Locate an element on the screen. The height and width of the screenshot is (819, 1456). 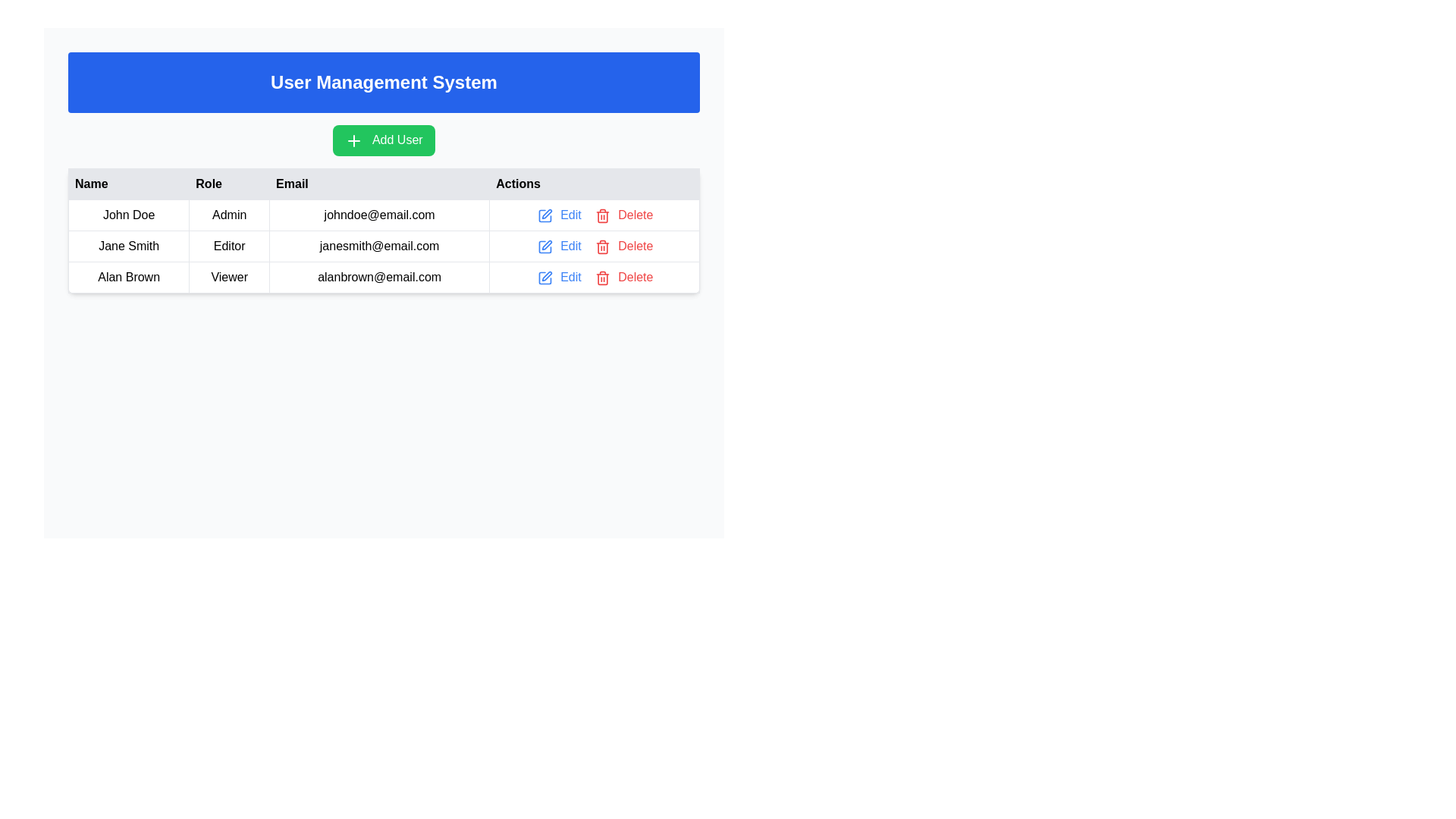
the static text label displaying 'Admin' for the user 'John Doe' in the user management table is located at coordinates (228, 215).